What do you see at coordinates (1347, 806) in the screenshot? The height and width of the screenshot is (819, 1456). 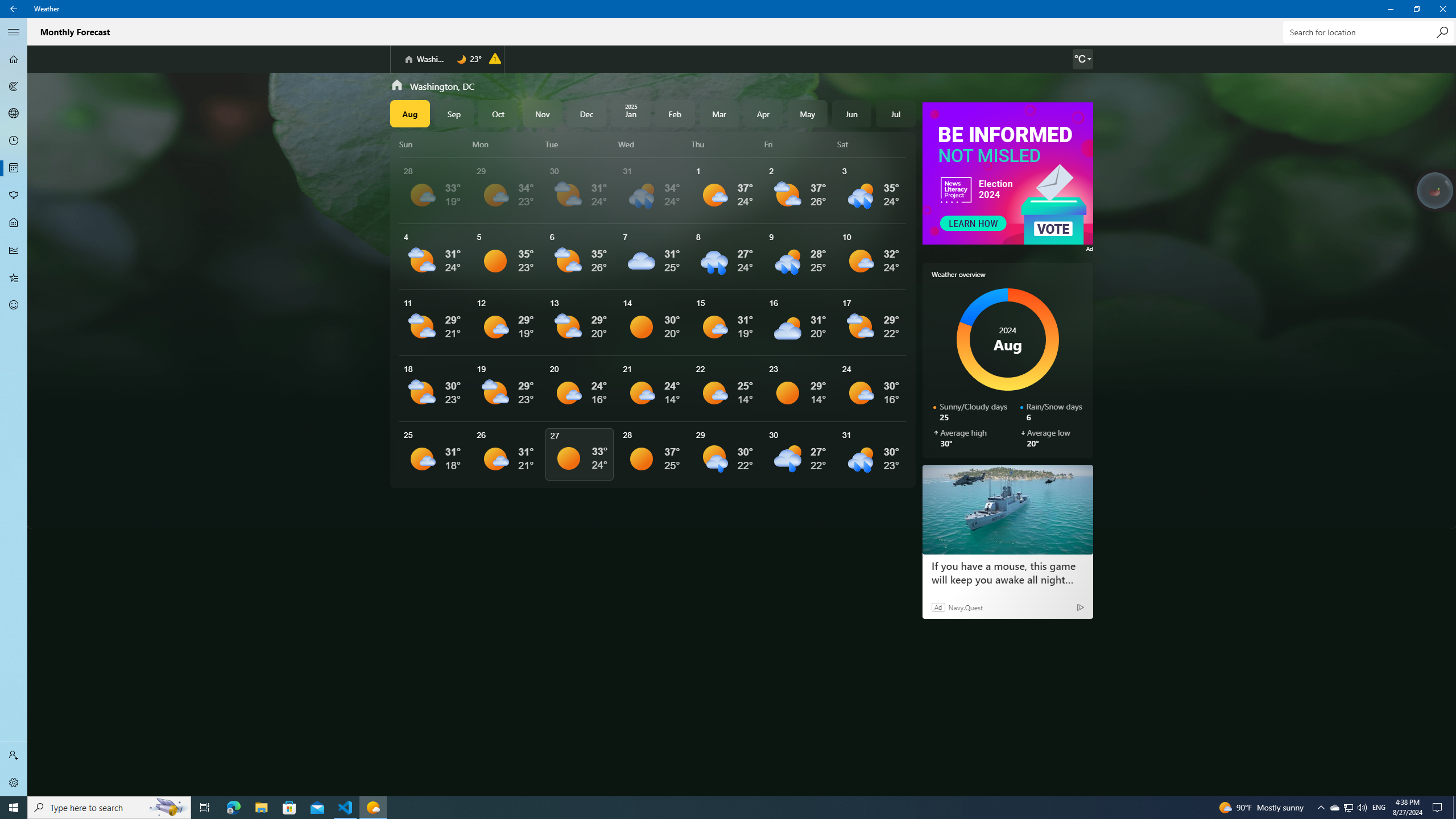 I see `'User Promoted Notification Area'` at bounding box center [1347, 806].